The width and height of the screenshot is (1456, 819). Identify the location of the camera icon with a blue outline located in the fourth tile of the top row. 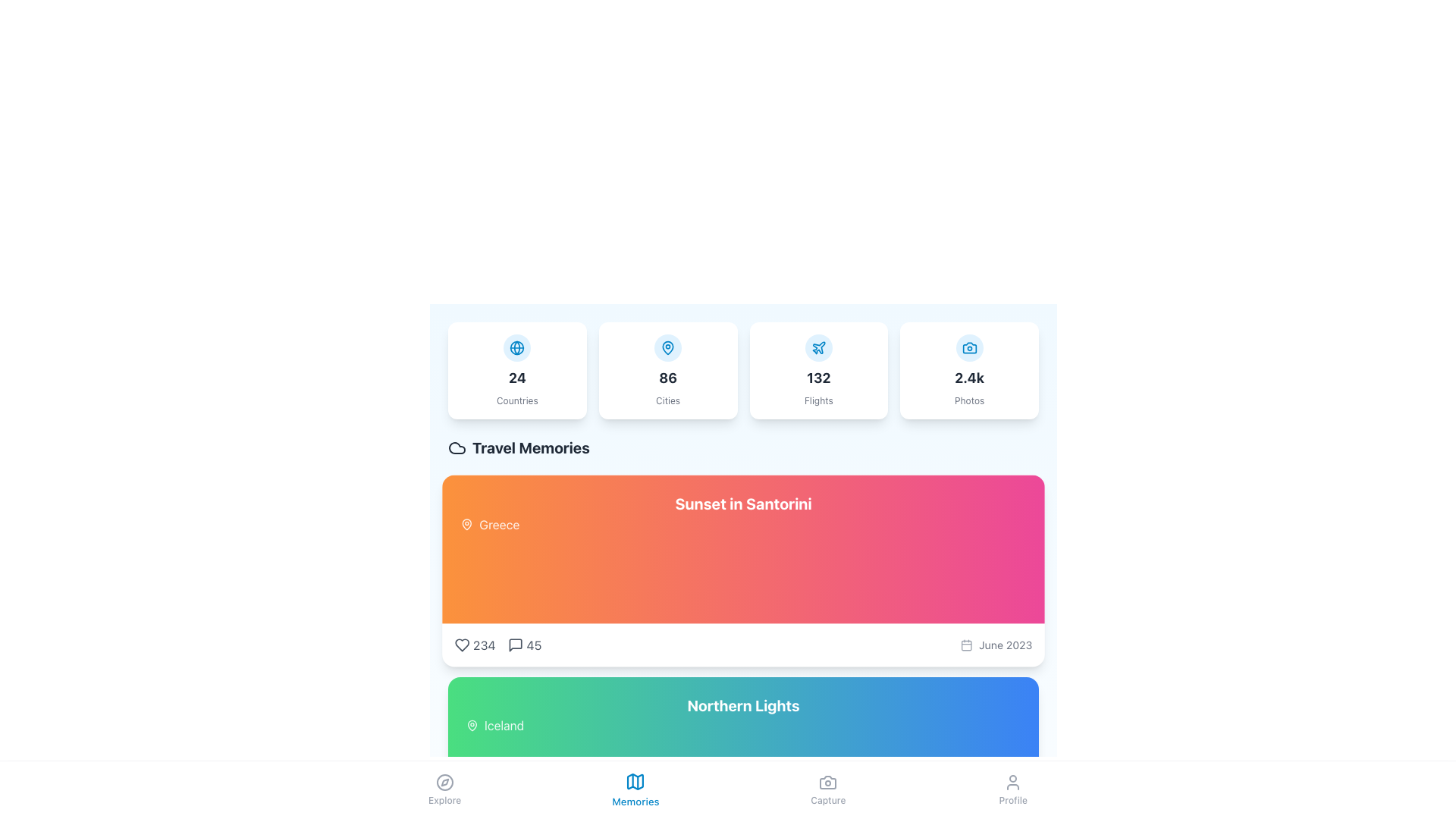
(968, 348).